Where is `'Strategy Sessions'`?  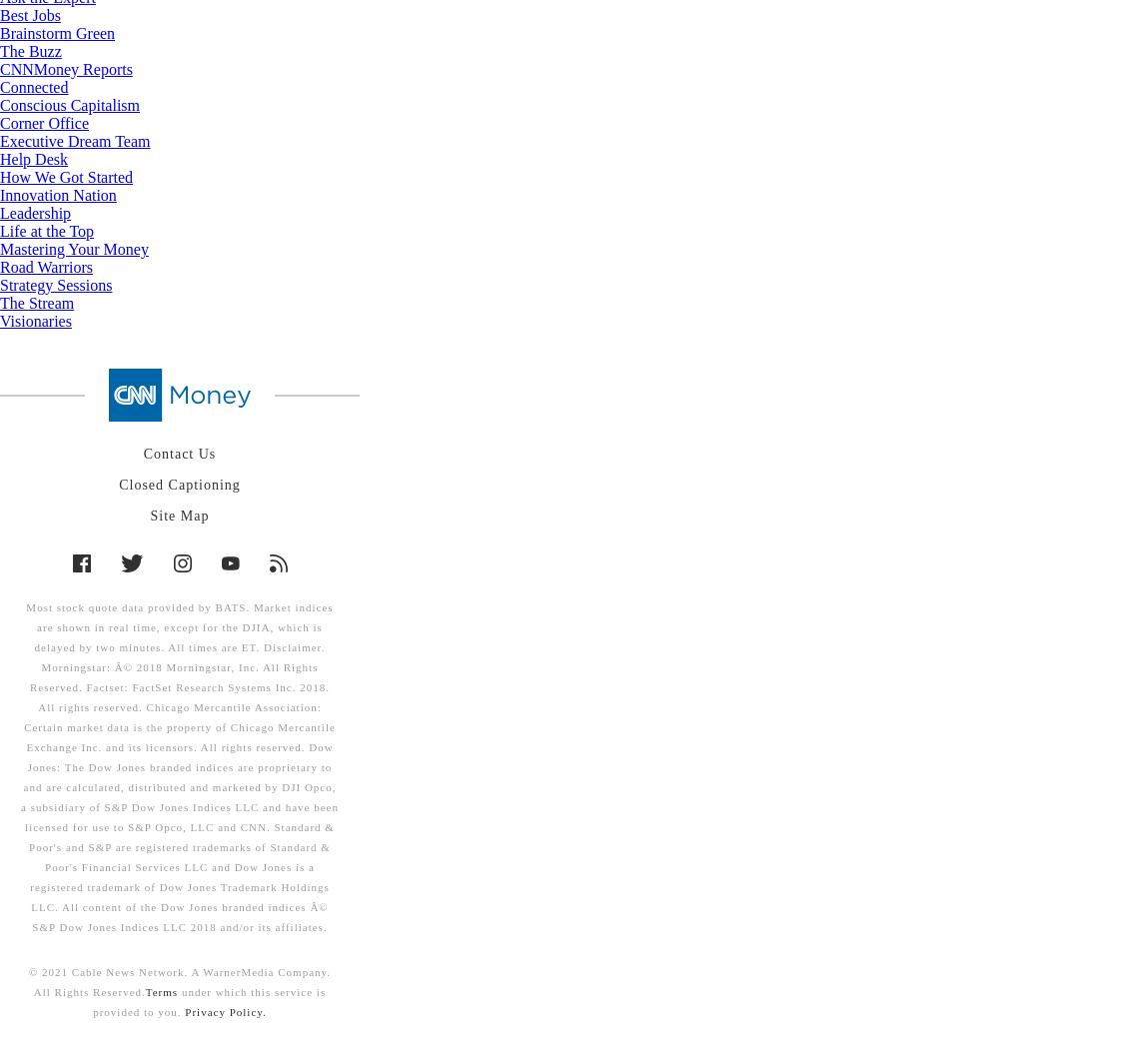
'Strategy Sessions' is located at coordinates (55, 284).